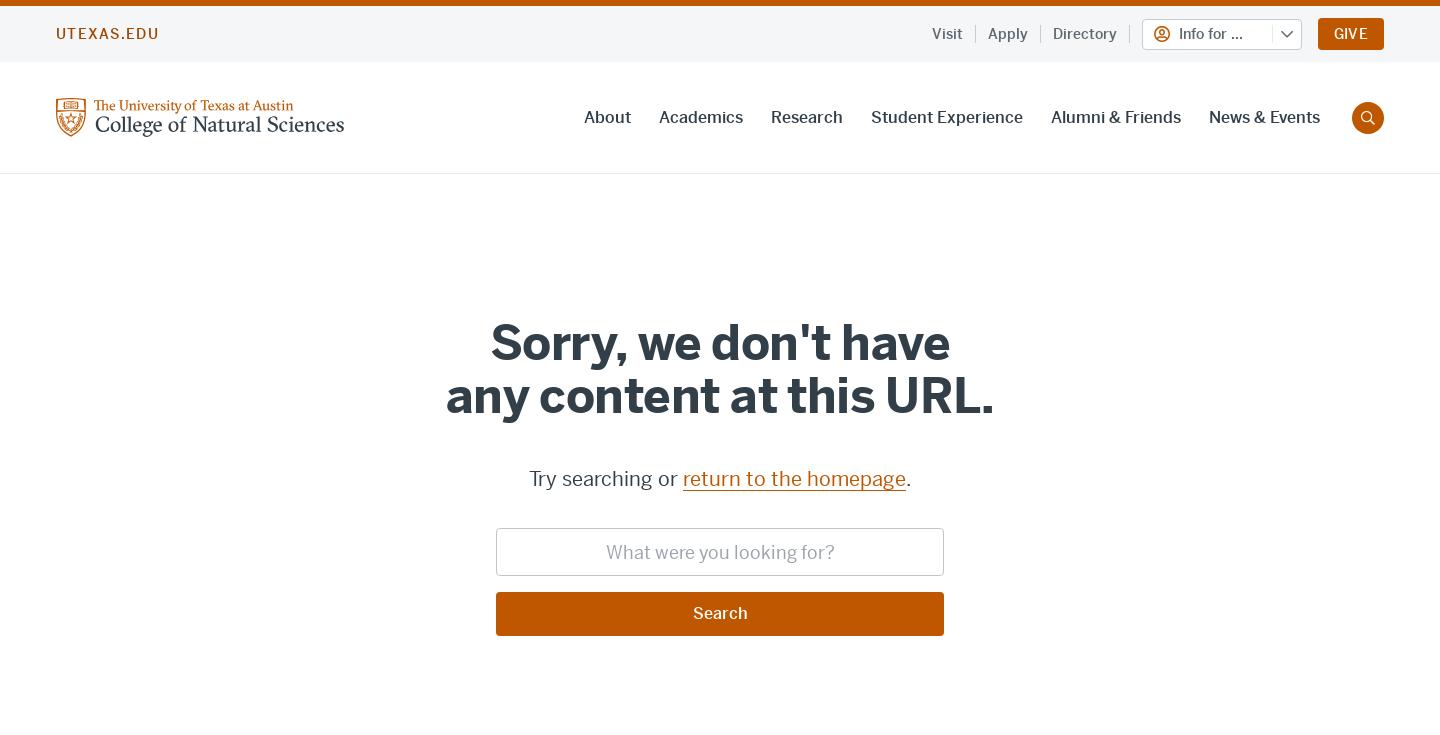 This screenshot has width=1440, height=735. What do you see at coordinates (604, 478) in the screenshot?
I see `'Try searching or'` at bounding box center [604, 478].